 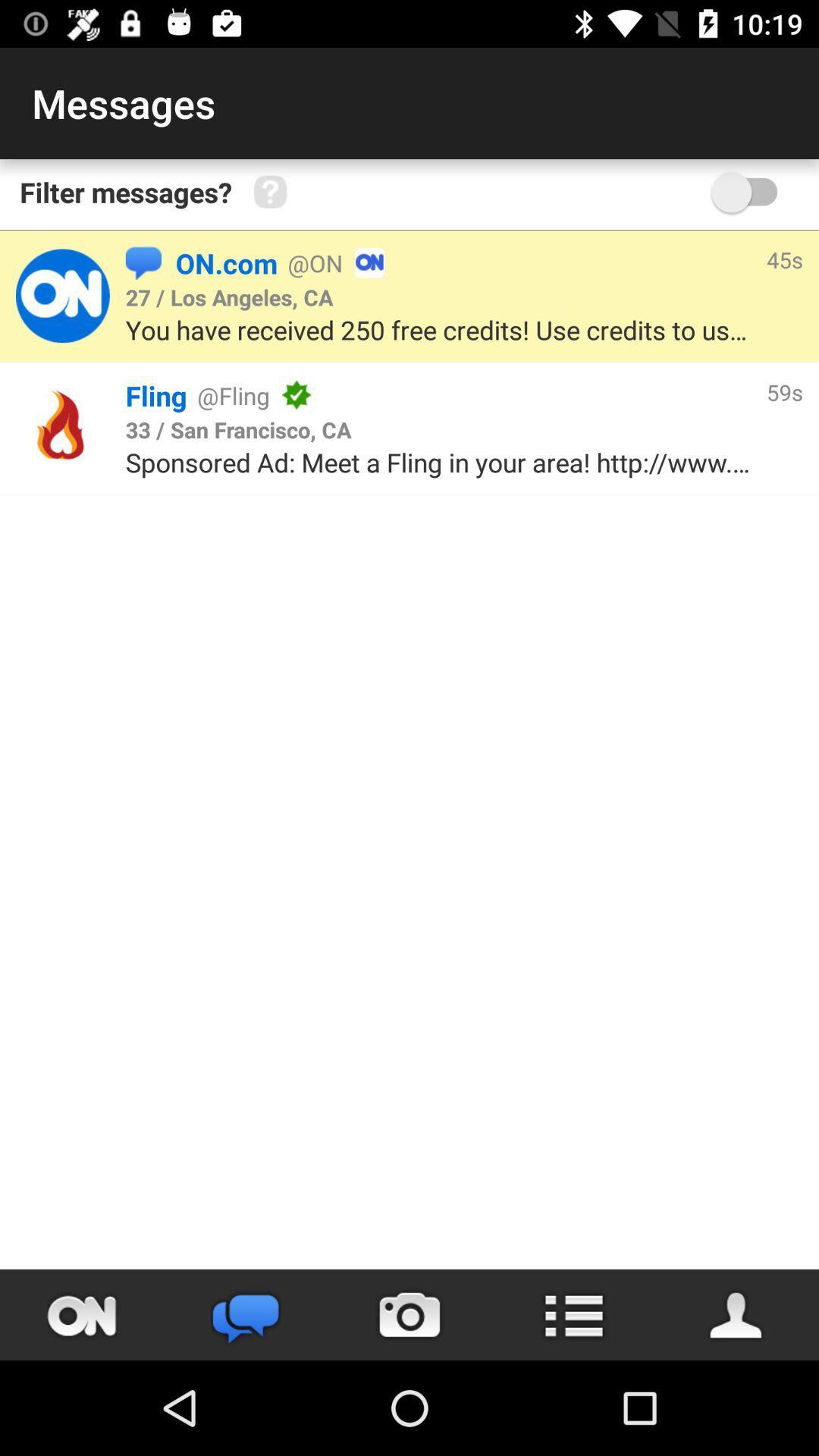 What do you see at coordinates (229, 297) in the screenshot?
I see `icon above the you have received` at bounding box center [229, 297].